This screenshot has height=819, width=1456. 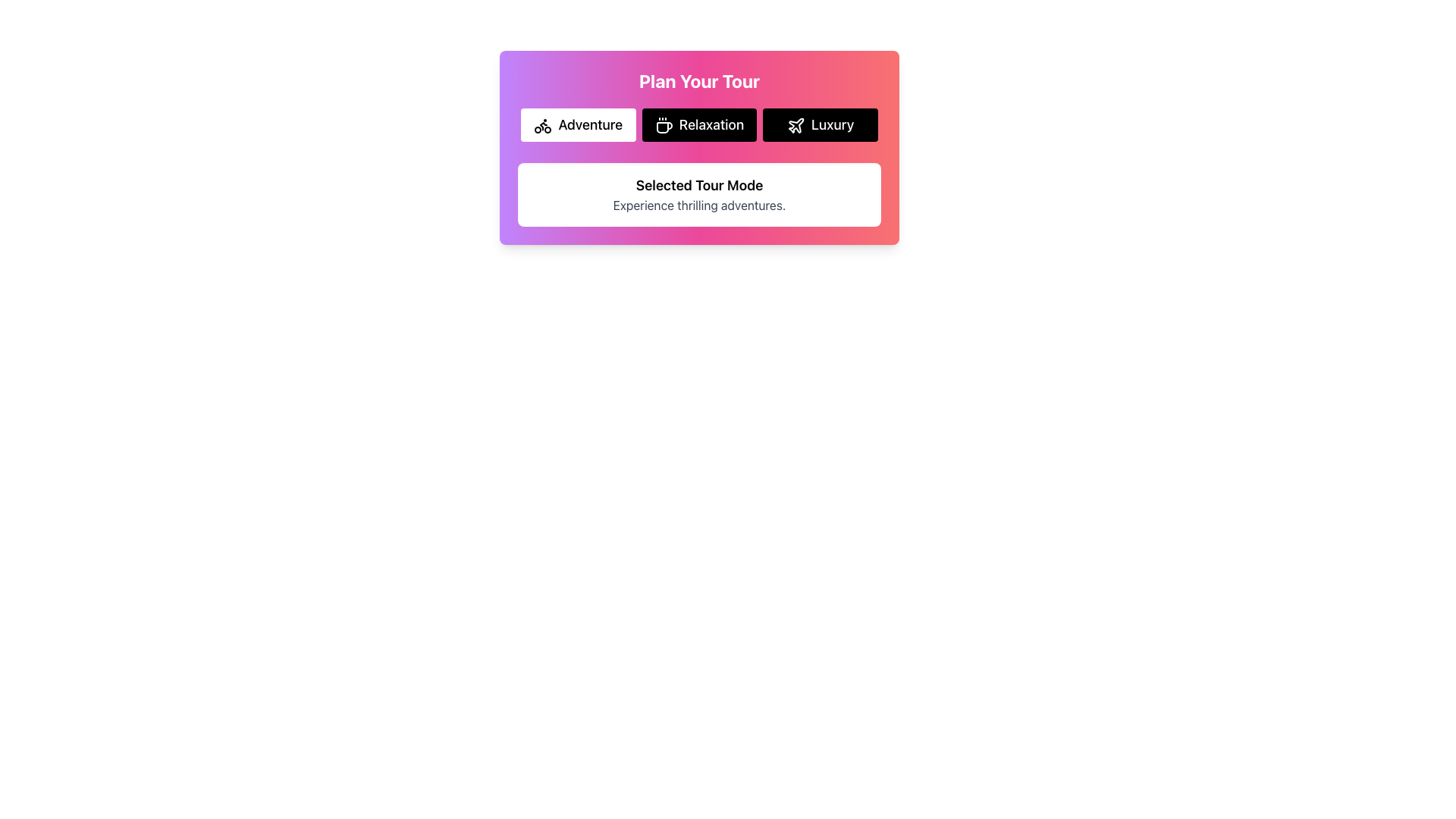 What do you see at coordinates (698, 205) in the screenshot?
I see `informational content from the Text Label located within the white box titled 'Selected Tour Mode', which is horizontally centered and follows the title` at bounding box center [698, 205].